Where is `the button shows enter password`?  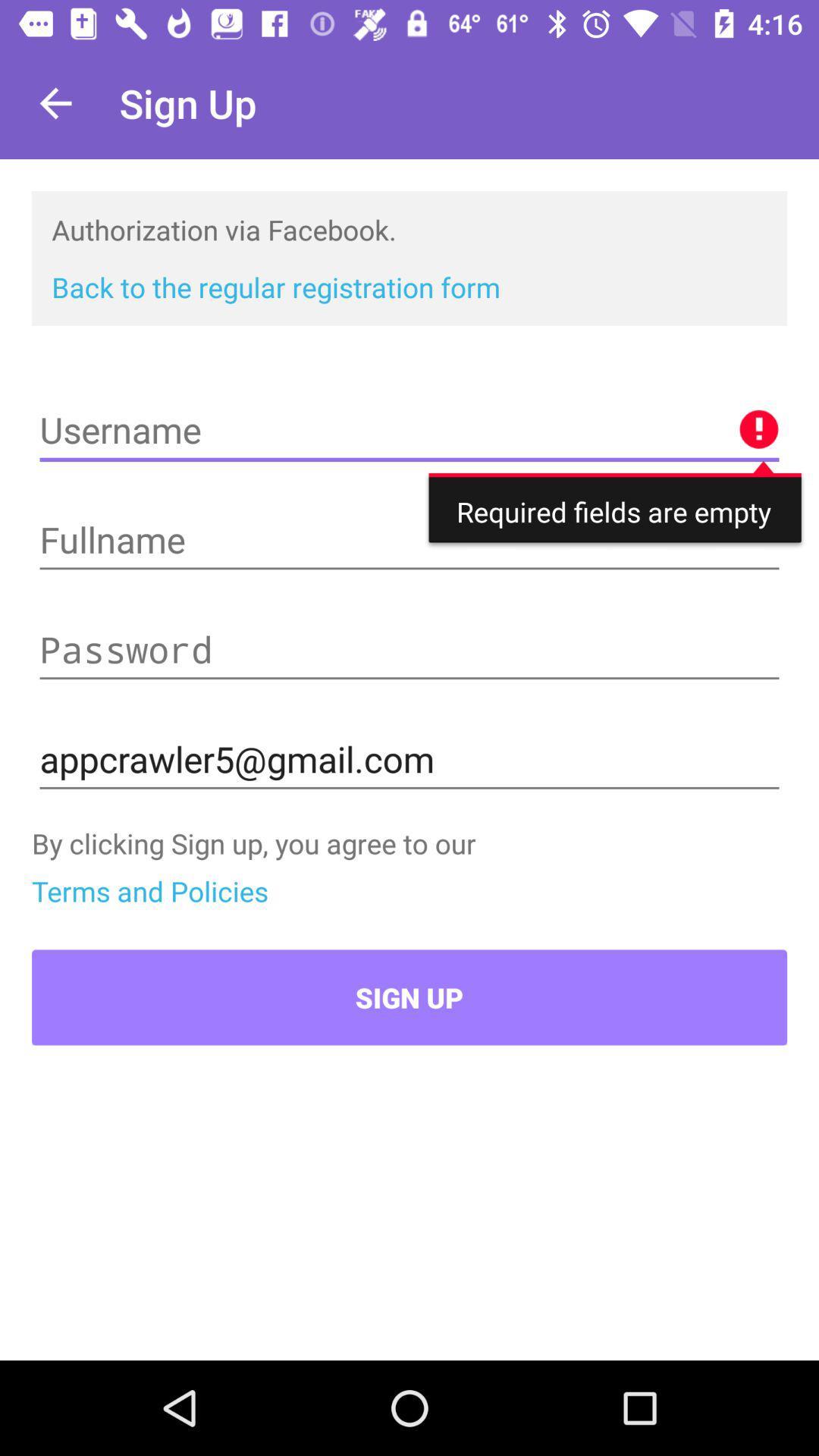
the button shows enter password is located at coordinates (409, 650).